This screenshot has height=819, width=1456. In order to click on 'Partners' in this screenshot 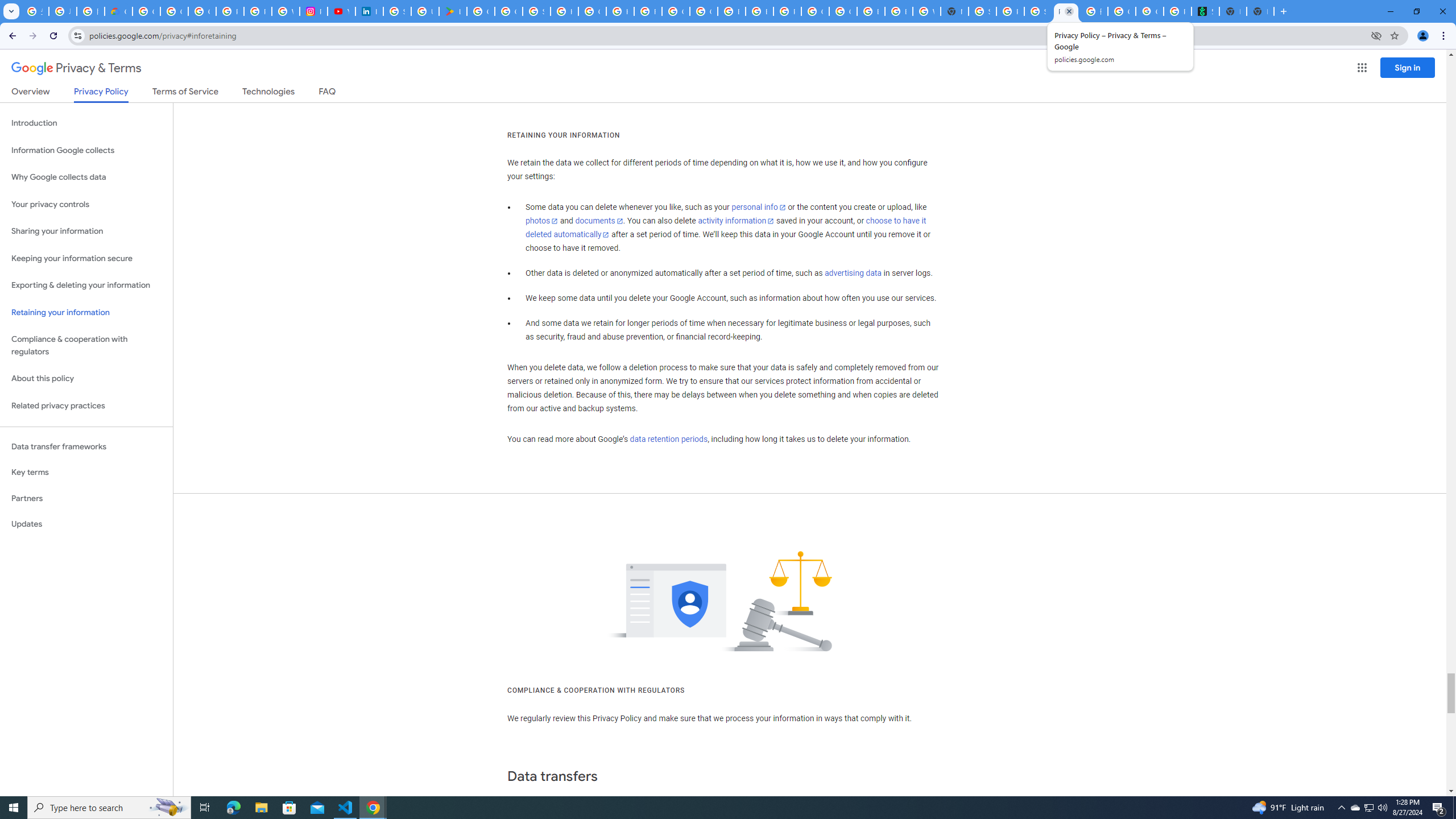, I will do `click(86, 498)`.